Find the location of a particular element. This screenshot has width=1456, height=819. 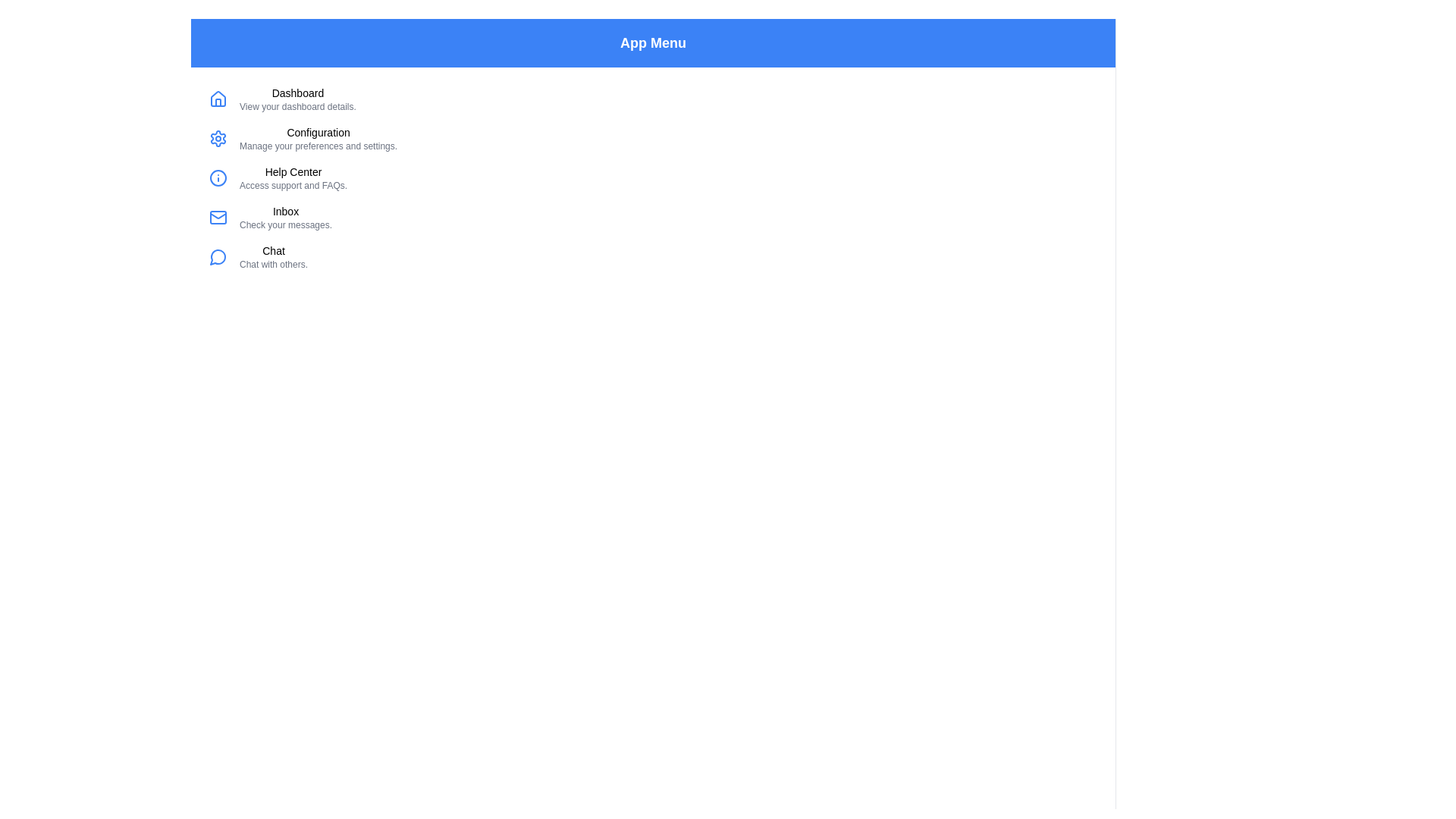

the Textual menu item, which is the first option in the vertical menu layout is located at coordinates (298, 99).